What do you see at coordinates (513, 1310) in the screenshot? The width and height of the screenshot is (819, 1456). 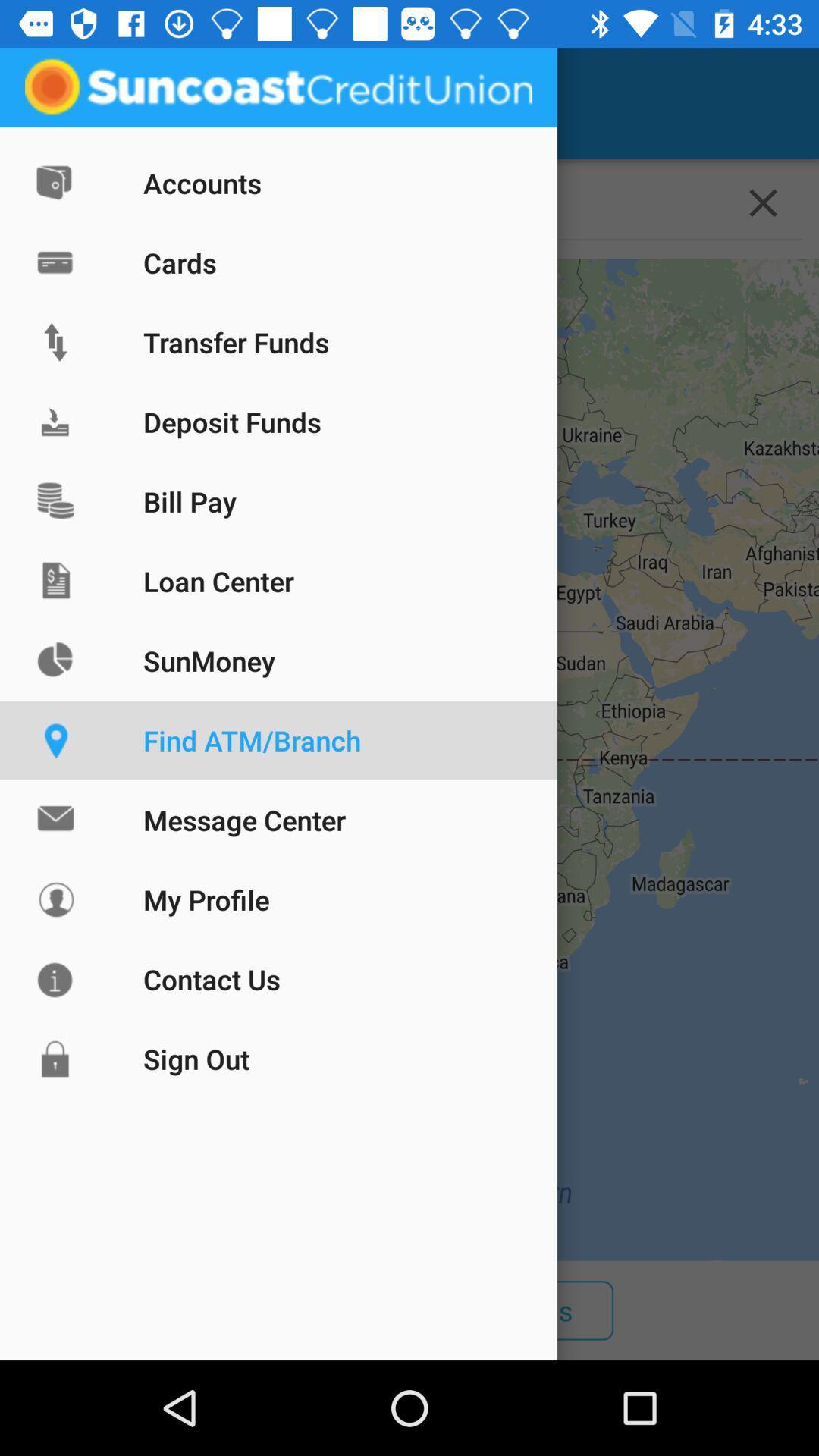 I see `the icon next to atms` at bounding box center [513, 1310].